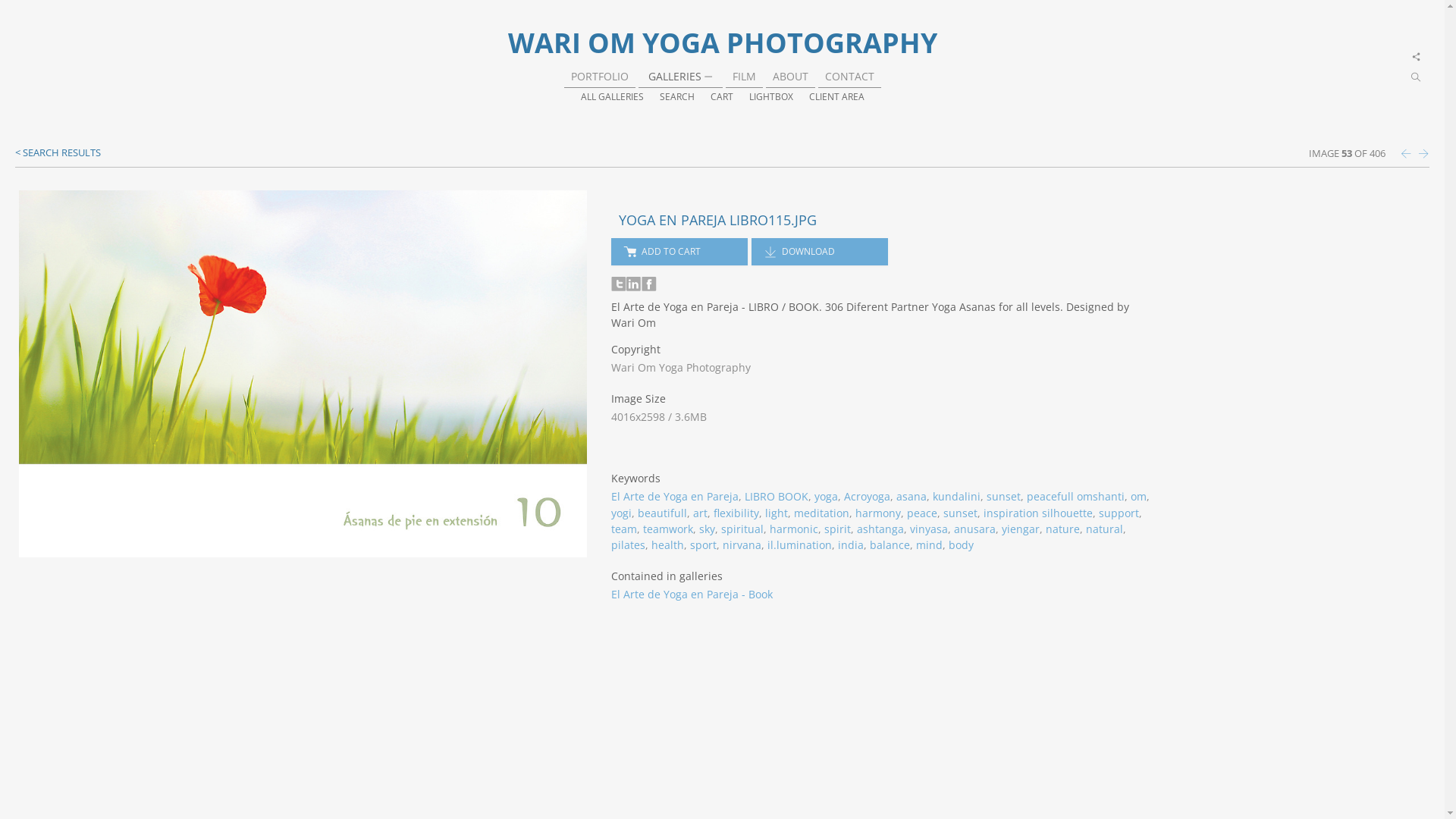  I want to click on 'flexibility', so click(736, 512).